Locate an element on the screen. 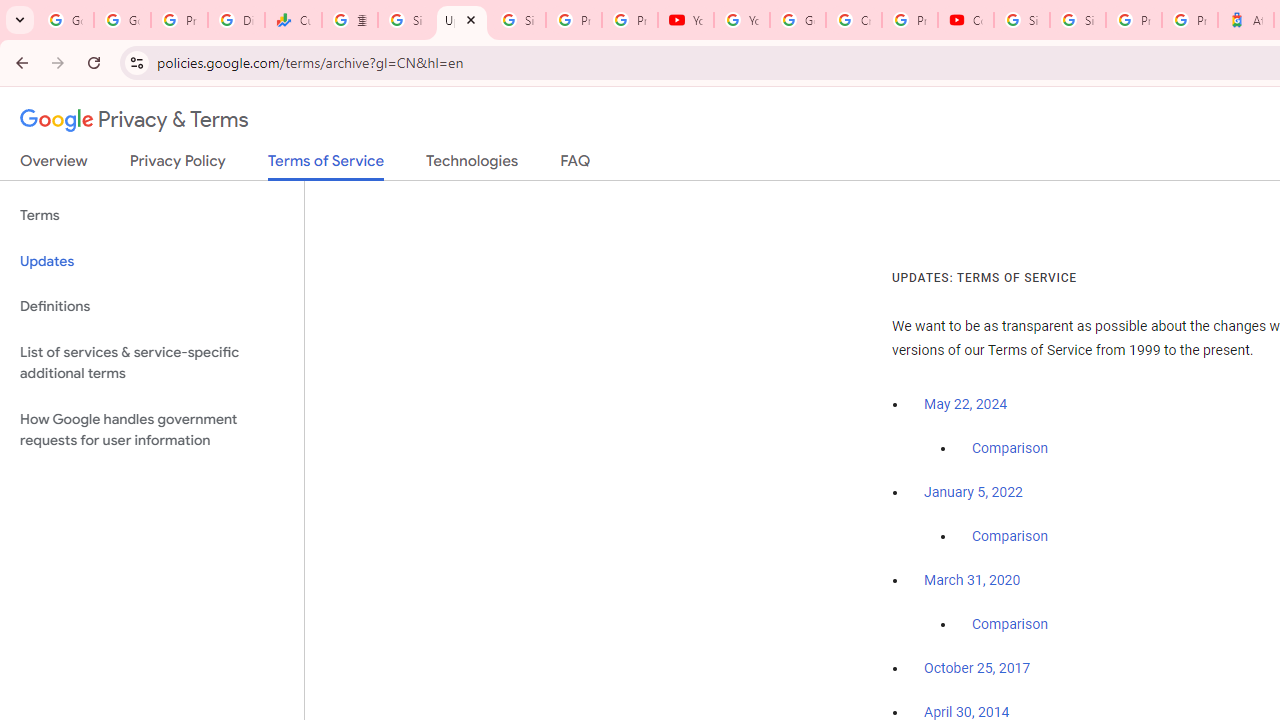  'Privacy & Terms' is located at coordinates (134, 120).